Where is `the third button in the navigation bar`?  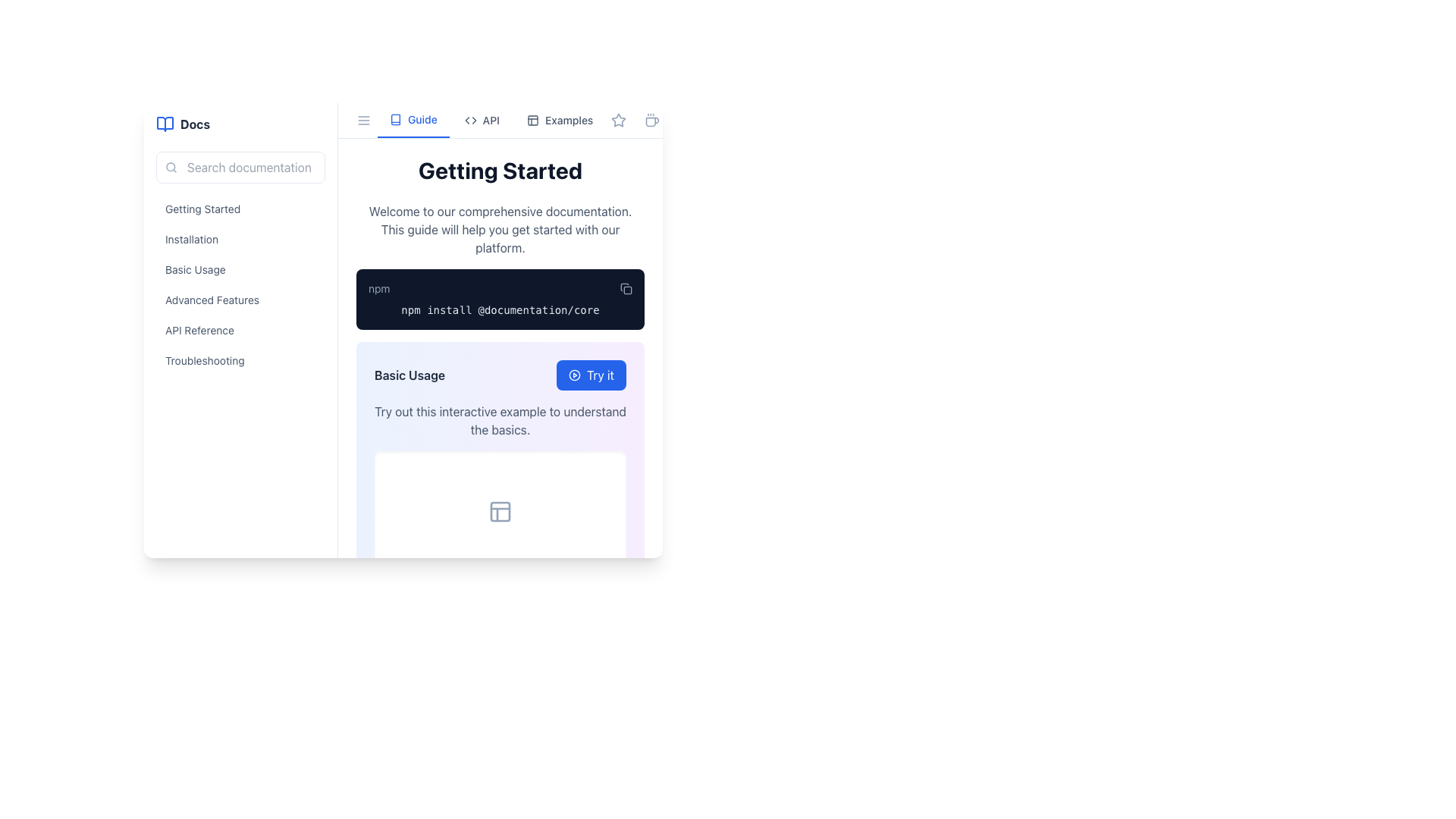
the third button in the navigation bar is located at coordinates (559, 119).